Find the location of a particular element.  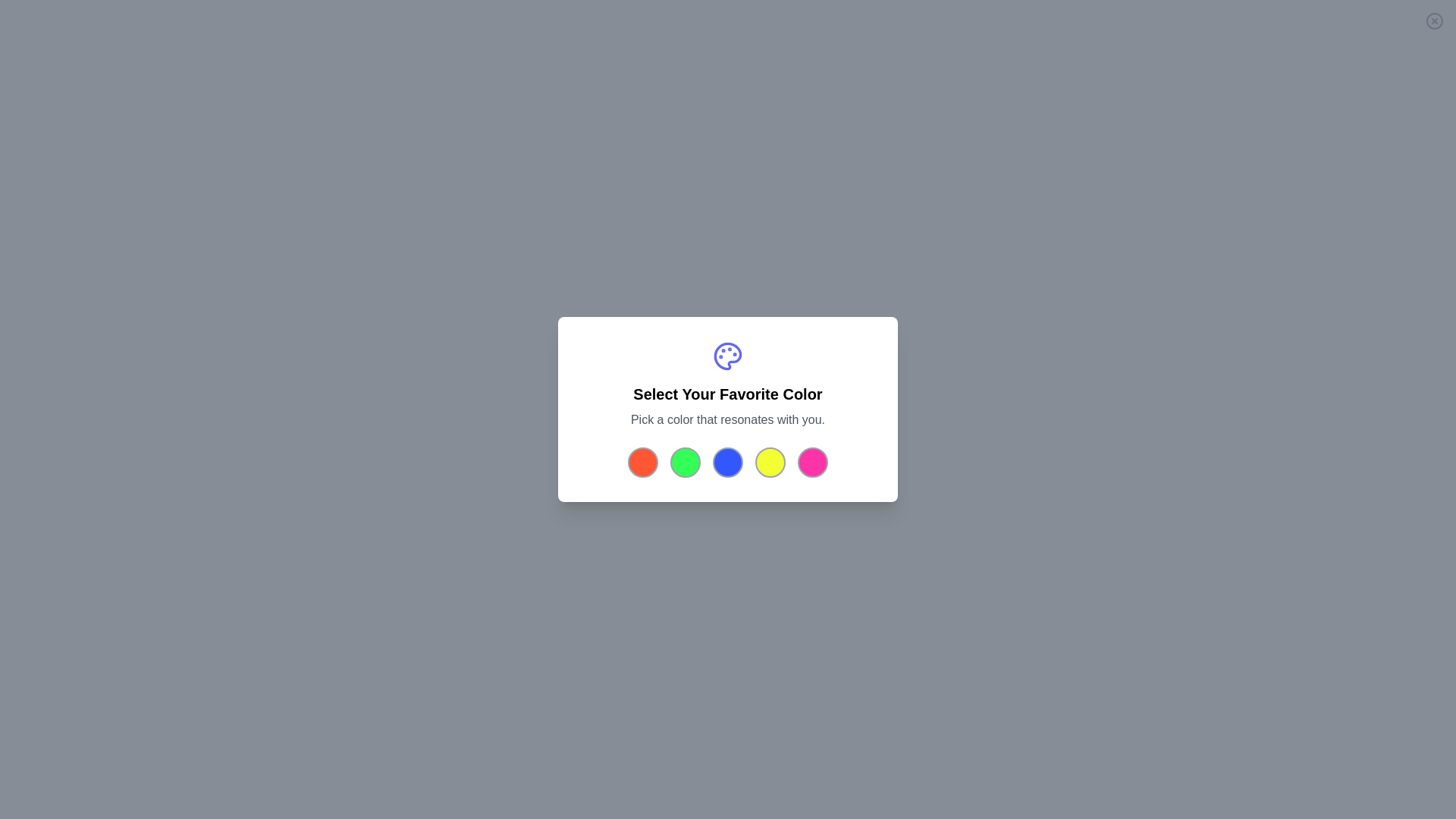

the color button corresponding to red is located at coordinates (643, 461).